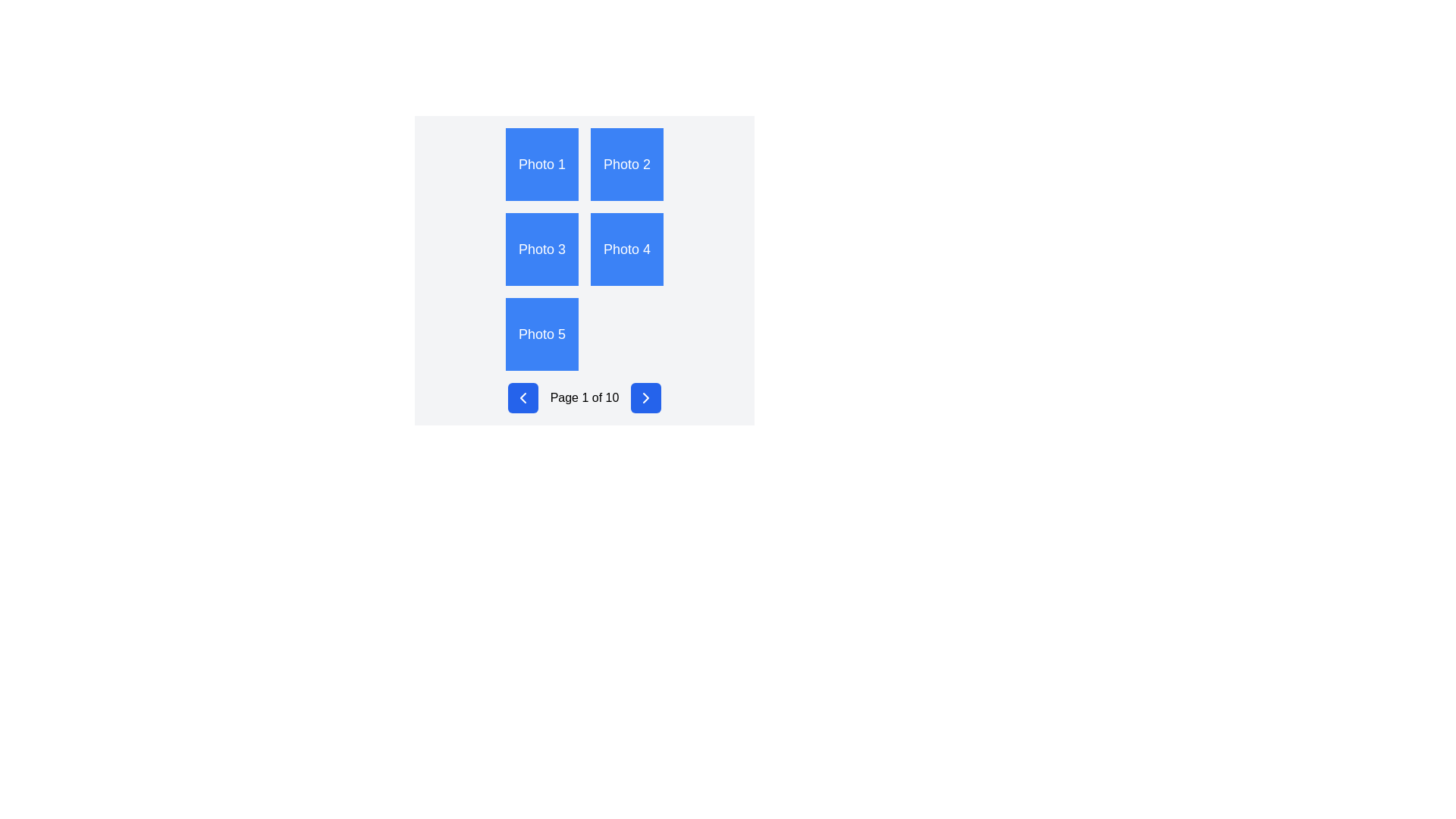 The image size is (1456, 819). What do you see at coordinates (522, 397) in the screenshot?
I see `the blue rounded button containing the chevron-left icon` at bounding box center [522, 397].